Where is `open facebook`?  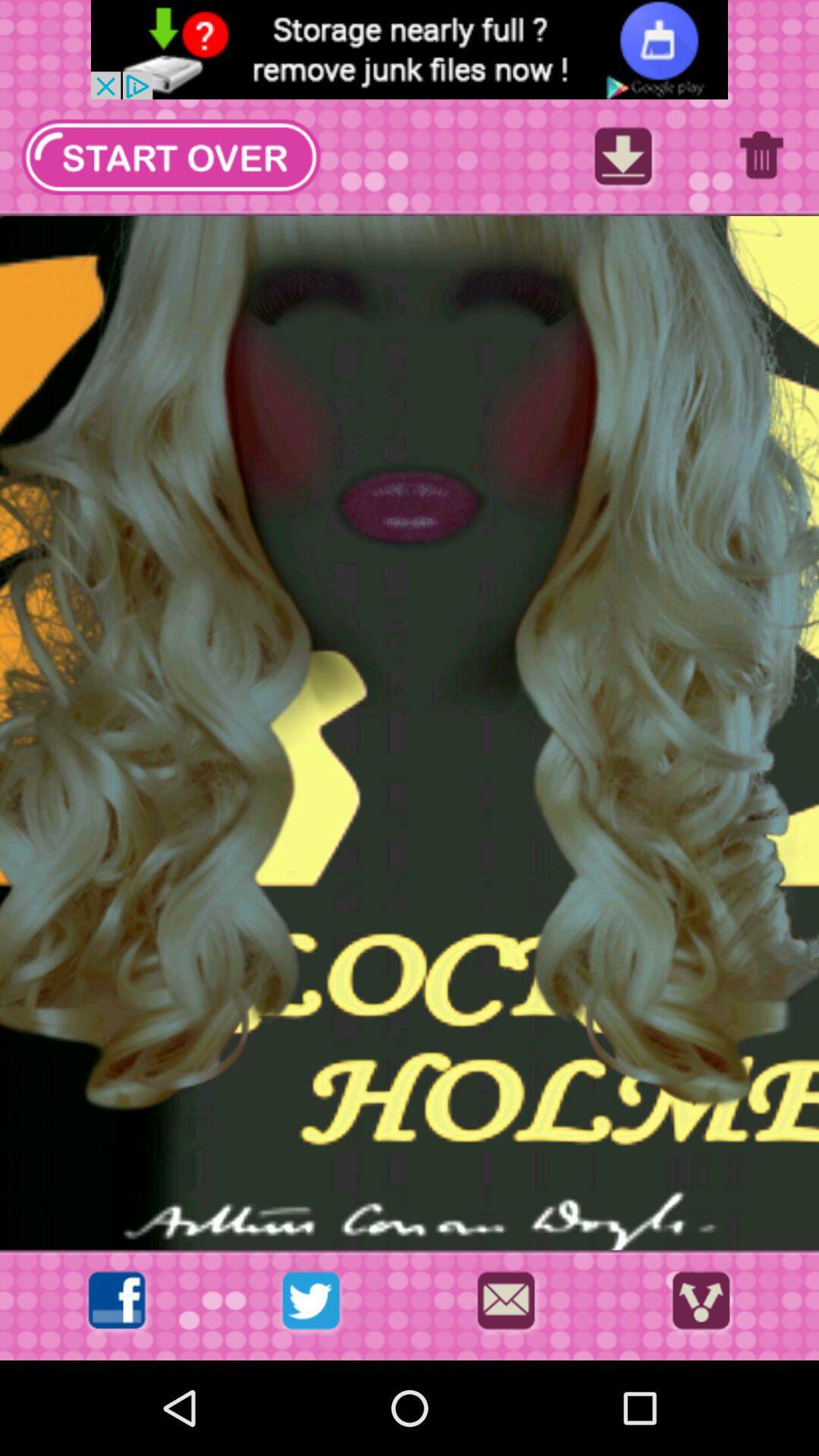 open facebook is located at coordinates (115, 1304).